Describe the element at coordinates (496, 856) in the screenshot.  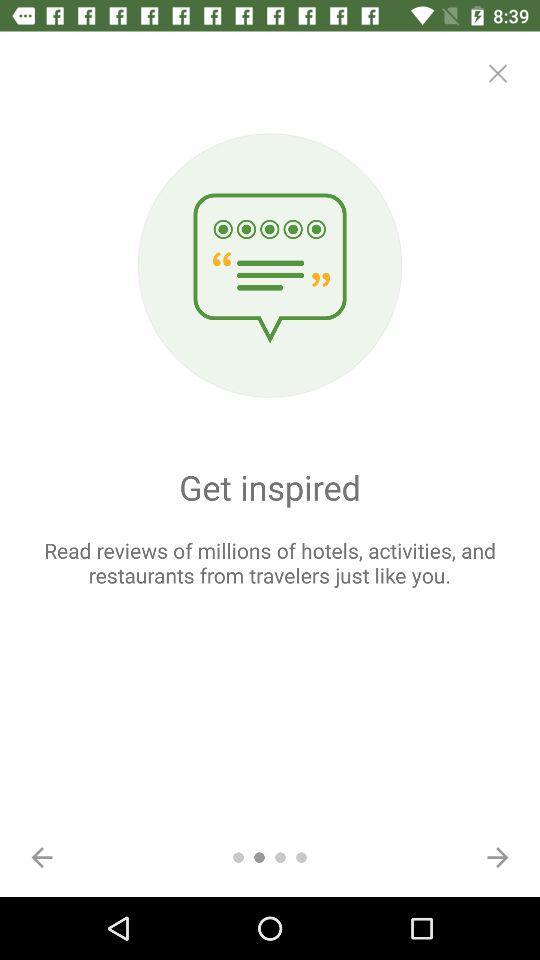
I see `the icon below the read reviews of` at that location.